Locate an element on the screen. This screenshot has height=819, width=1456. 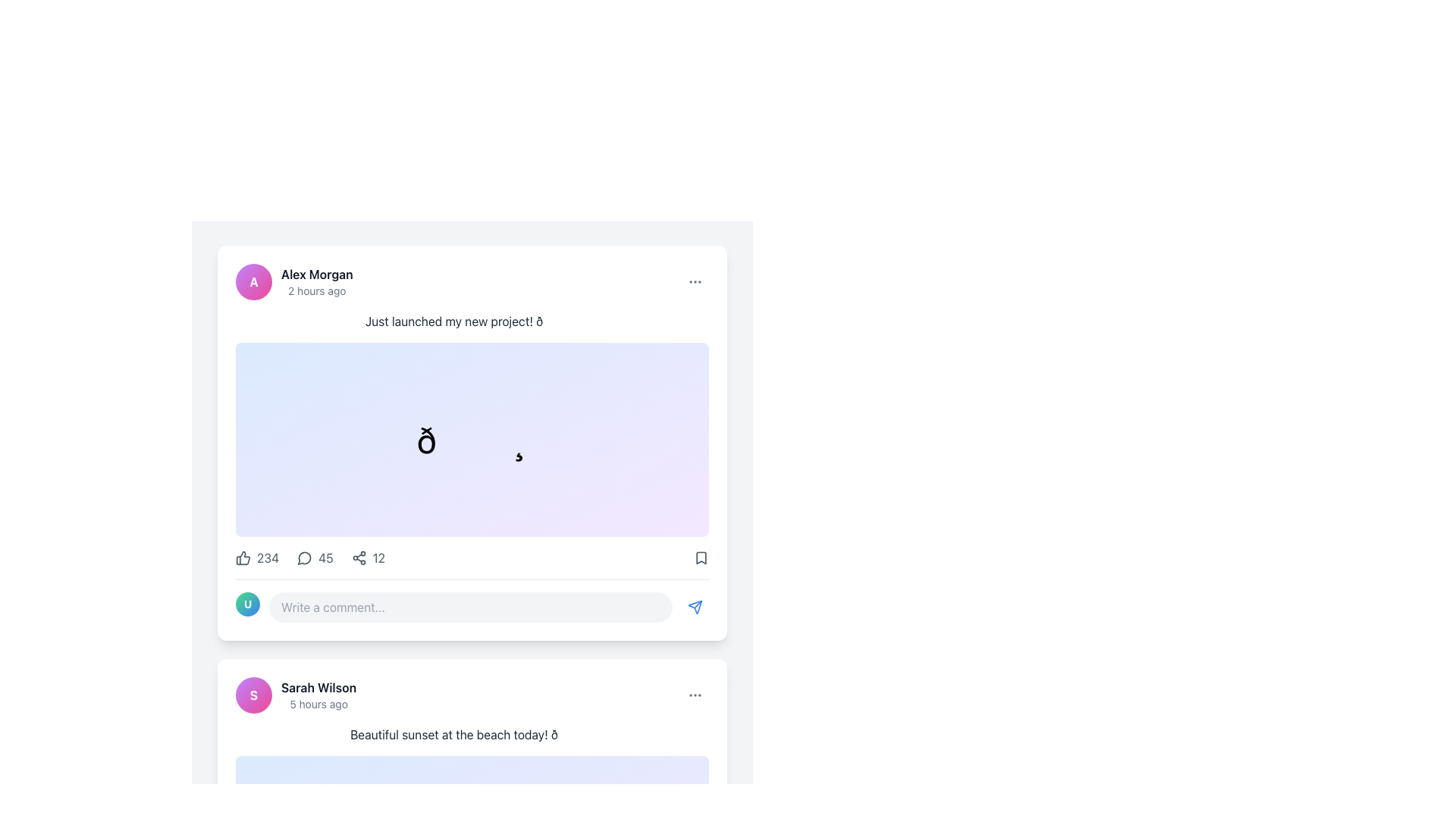
the first avatar and text component in the post, which features a circular avatar with a bold 'S' and the name 'Sarah Wilson' in bold gray text, along with a timestamp below it is located at coordinates (296, 695).